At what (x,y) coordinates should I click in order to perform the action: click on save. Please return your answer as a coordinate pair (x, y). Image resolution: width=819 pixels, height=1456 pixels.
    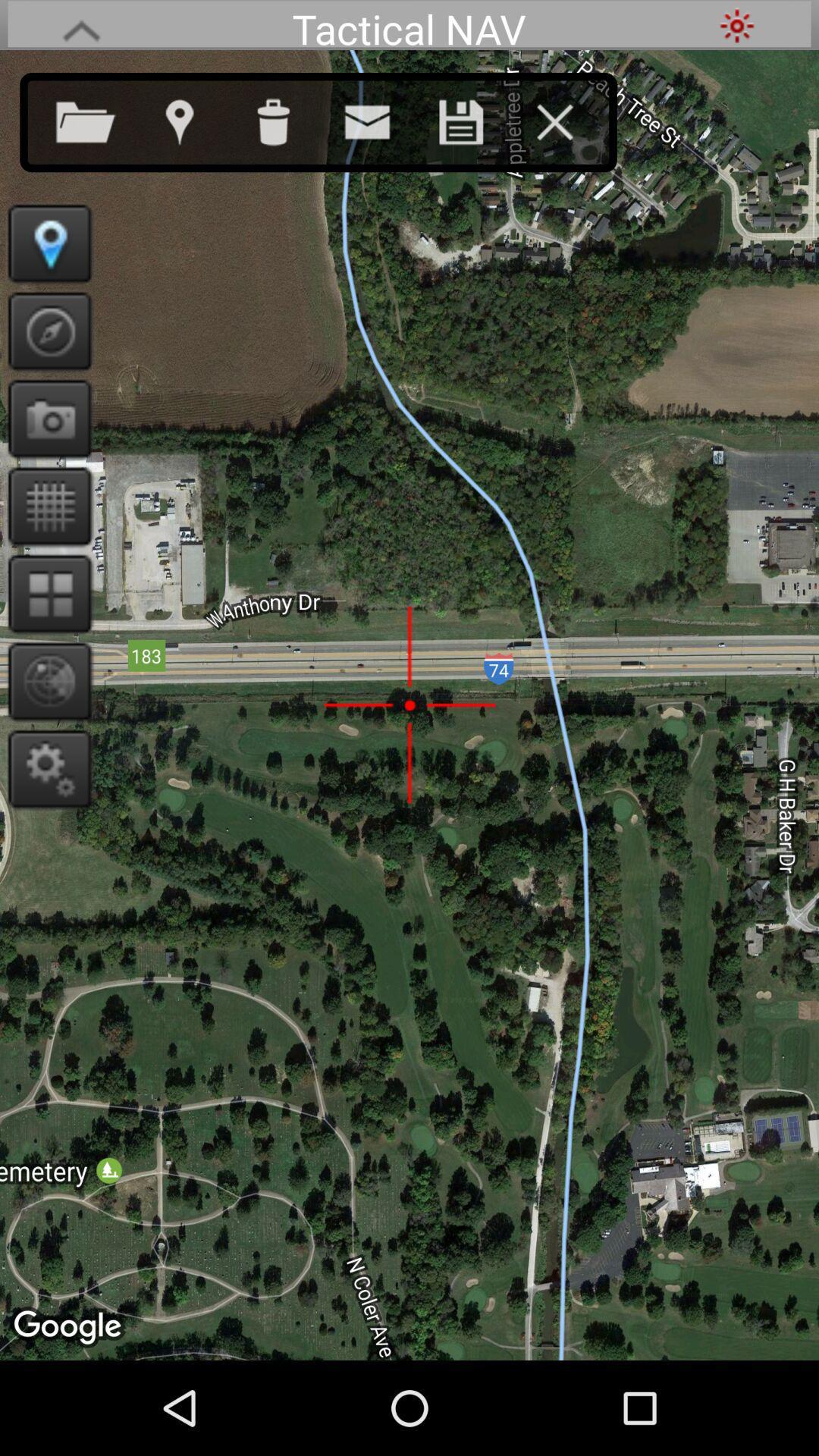
    Looking at the image, I should click on (475, 118).